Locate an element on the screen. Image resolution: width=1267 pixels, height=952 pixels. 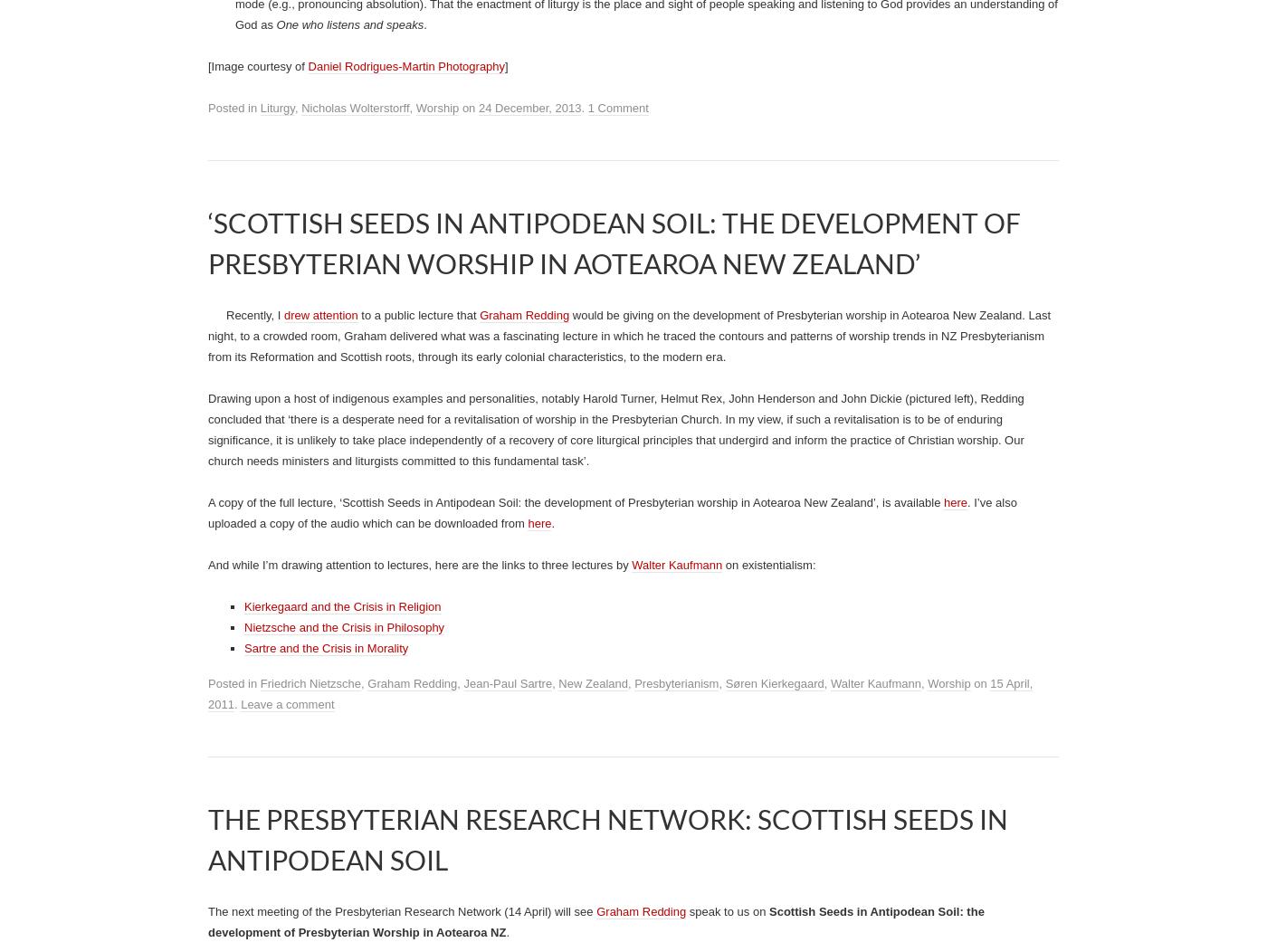
').  The highest level of implicitness is the assumption that' is located at coordinates (621, 395).